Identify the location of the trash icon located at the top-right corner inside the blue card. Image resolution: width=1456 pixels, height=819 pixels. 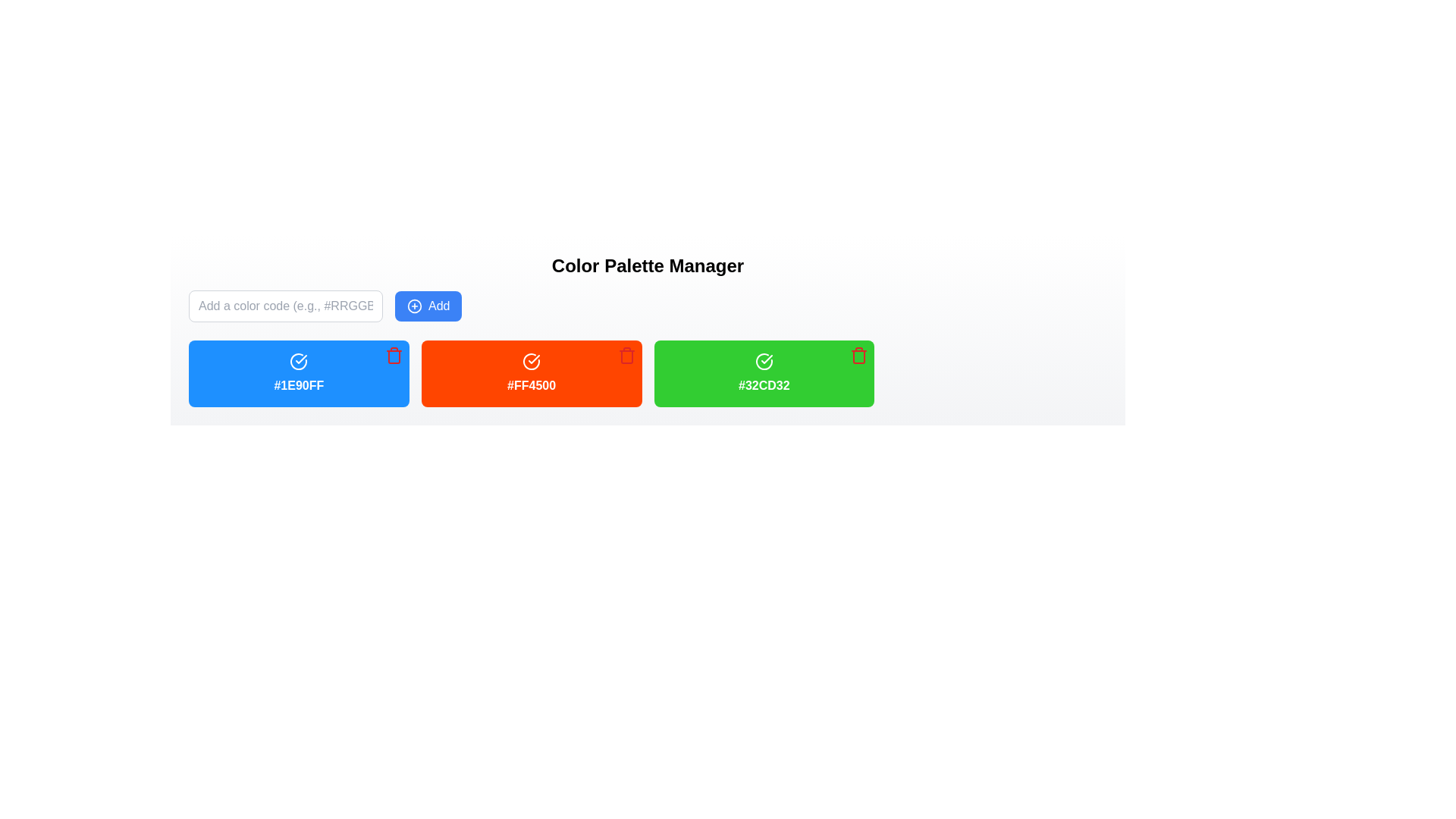
(394, 356).